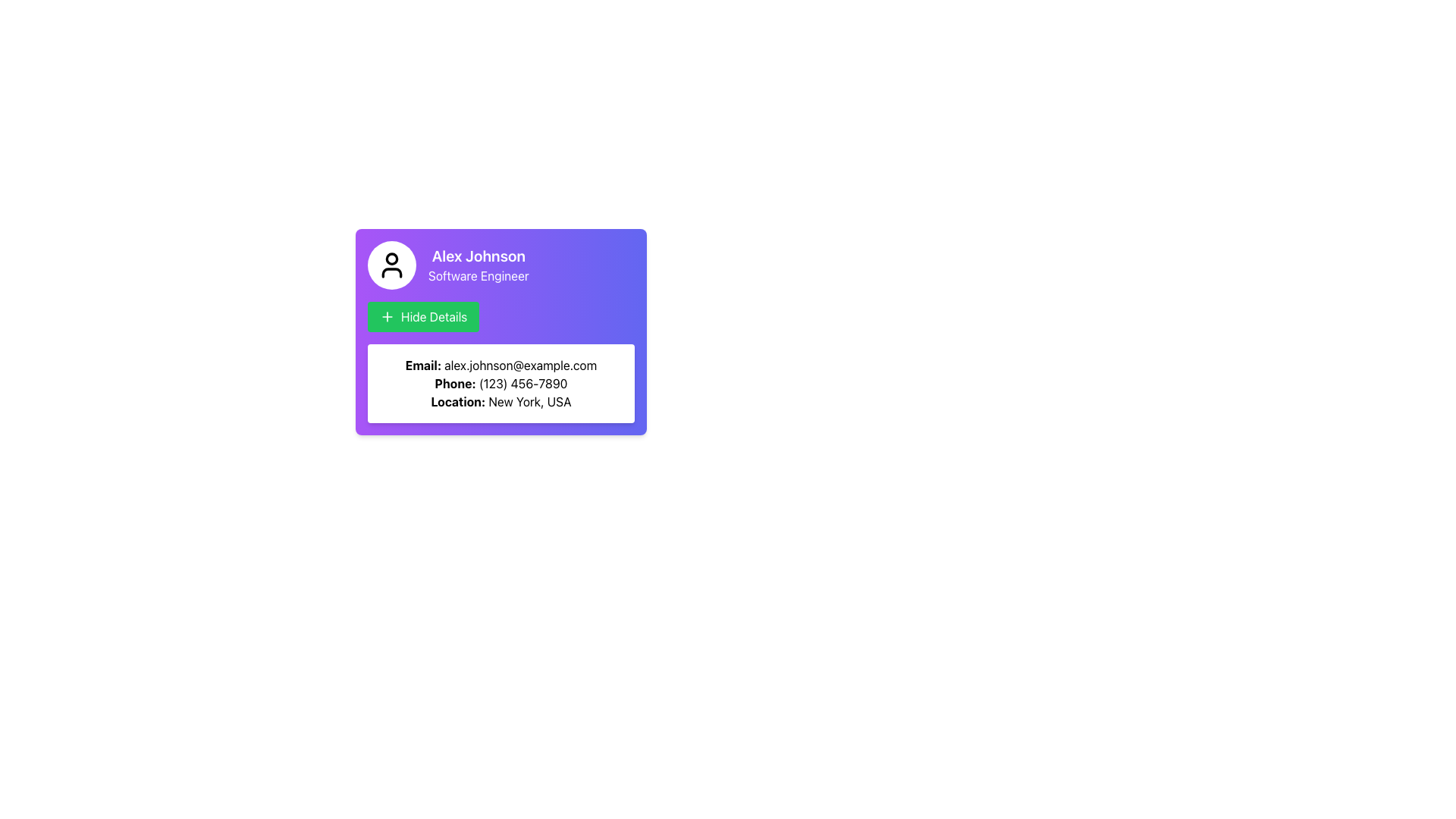  I want to click on the third text entry in the user profile display card that presents the user's location information, so click(501, 400).